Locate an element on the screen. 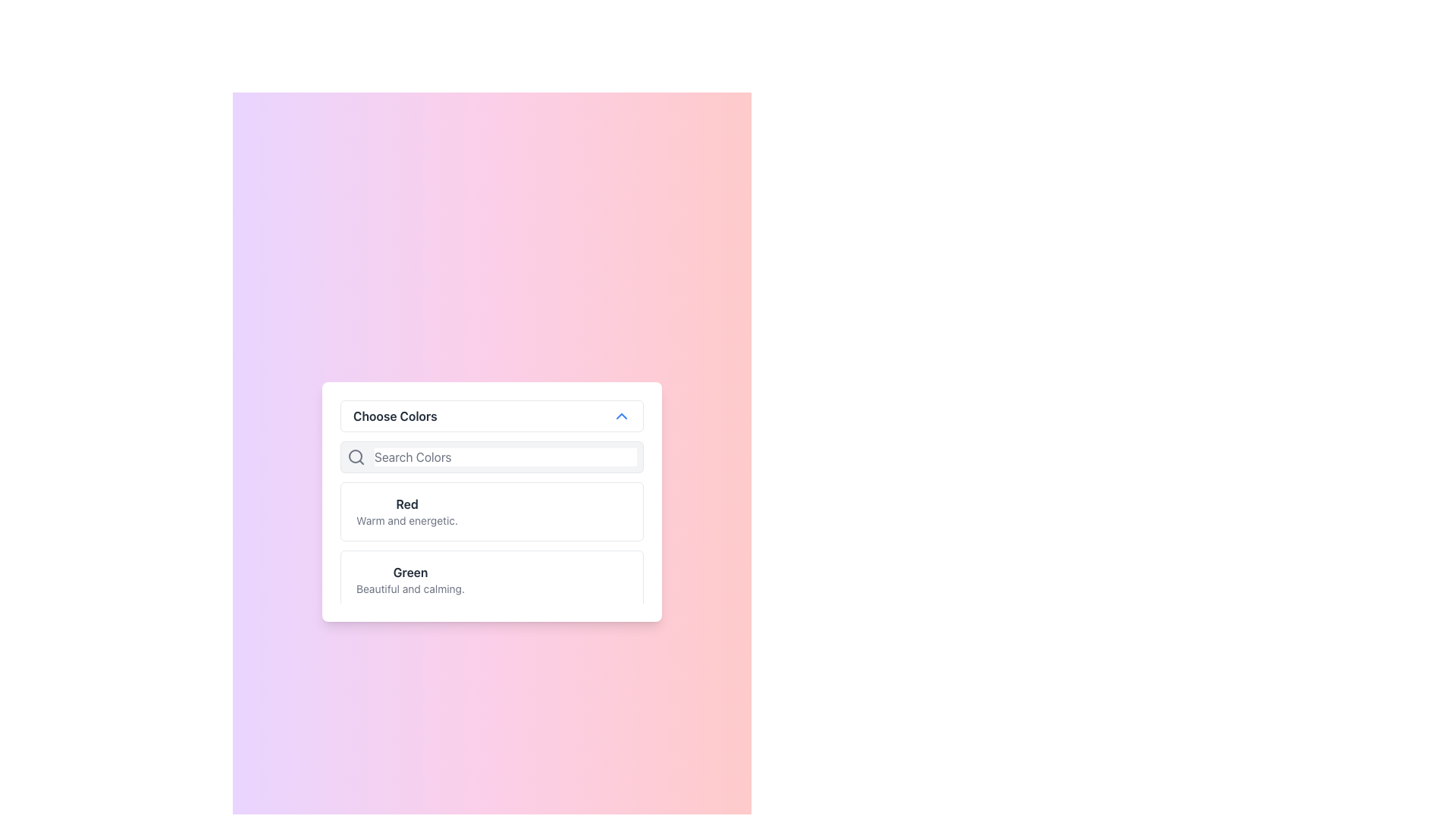 This screenshot has width=1456, height=819. the SVG circle graphic that is part of the search icon located in the top-left section of the dialog box, inside the input field's left-side icon is located at coordinates (355, 455).